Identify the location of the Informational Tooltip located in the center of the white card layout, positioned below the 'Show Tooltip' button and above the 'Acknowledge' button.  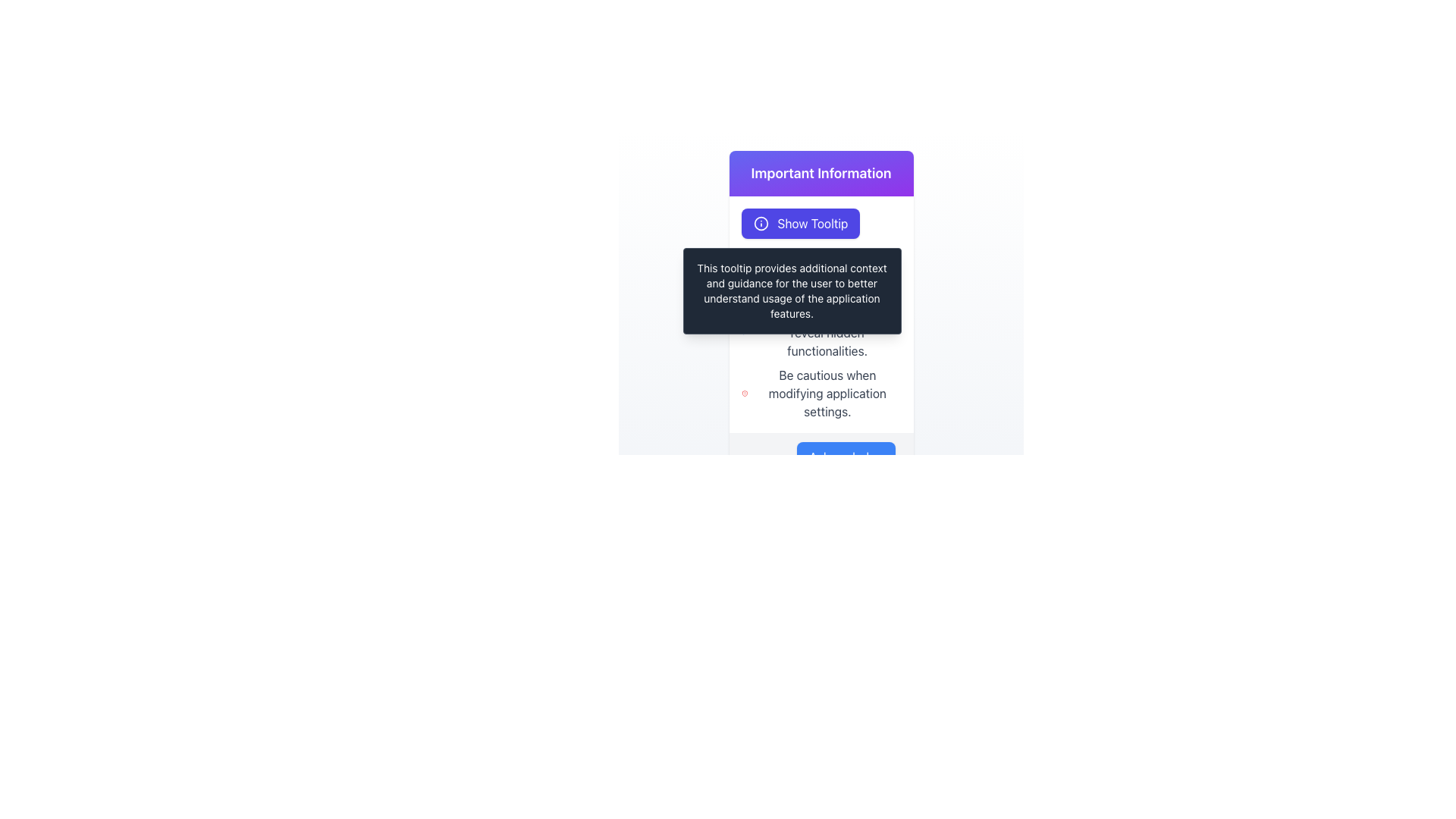
(821, 284).